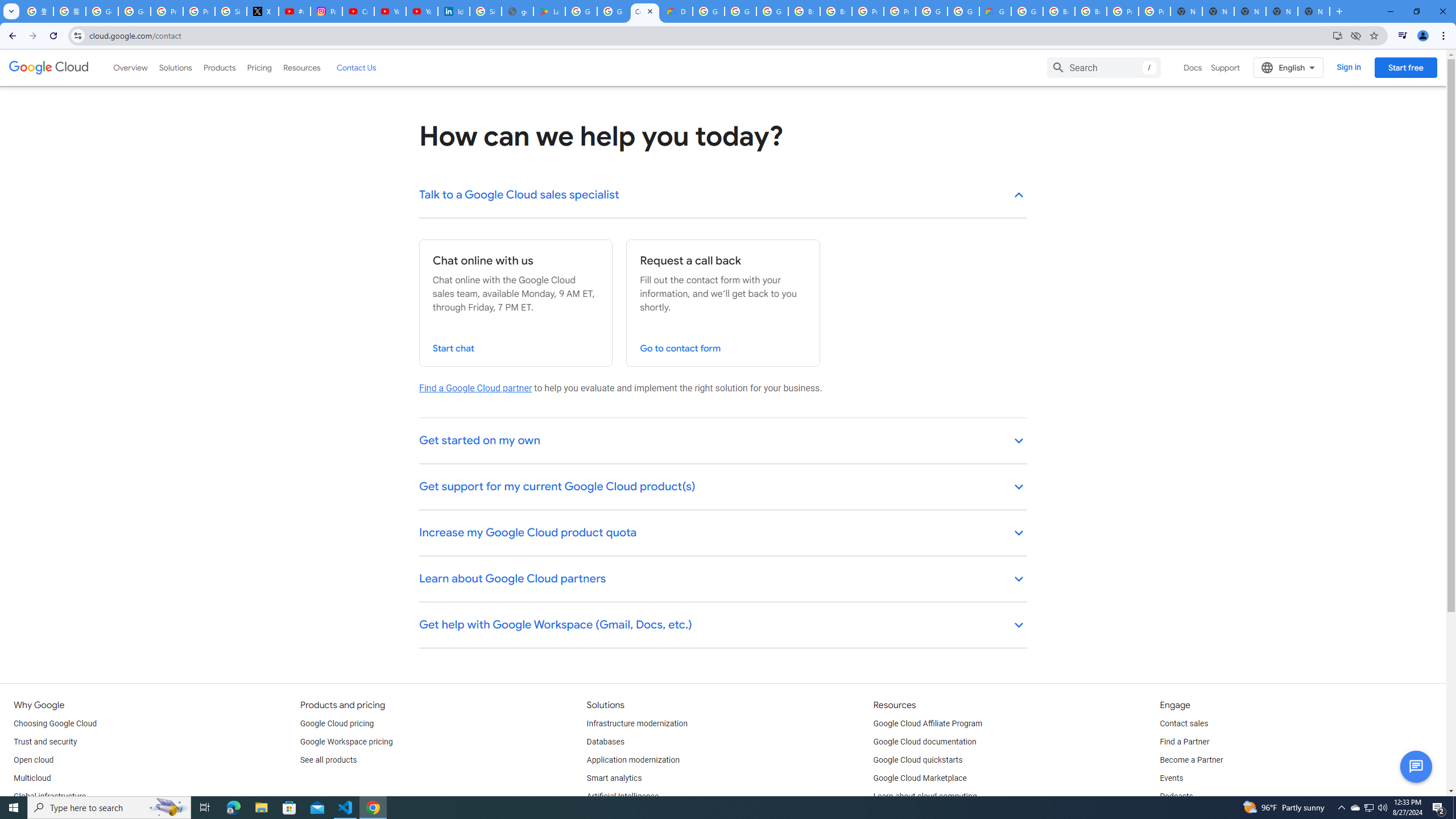 Image resolution: width=1456 pixels, height=819 pixels. What do you see at coordinates (1191, 760) in the screenshot?
I see `'Become a Partner'` at bounding box center [1191, 760].